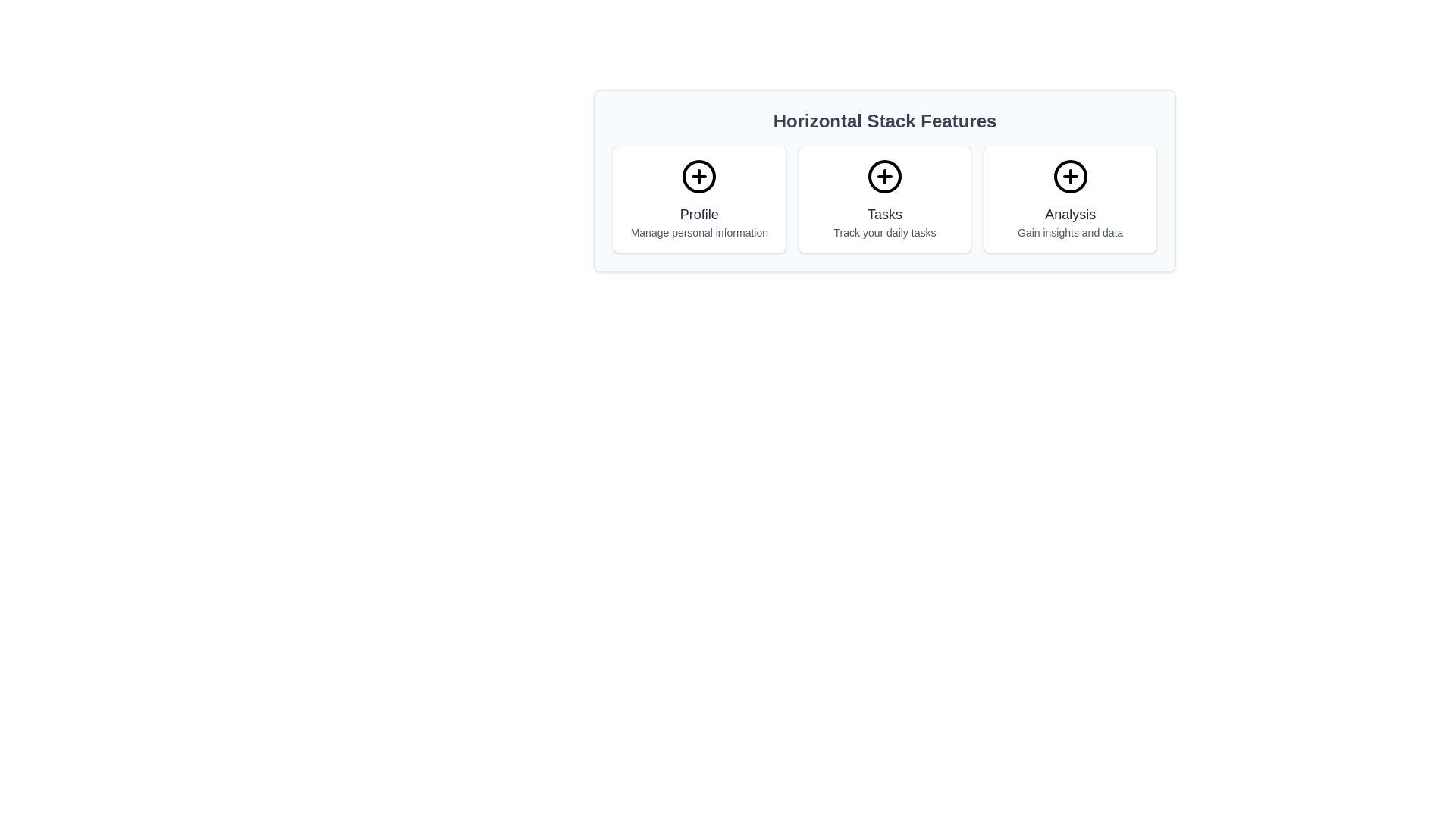  What do you see at coordinates (884, 175) in the screenshot?
I see `the teal circular icon button with a plus sign, located above the text 'Tasks' in the middle card of the horizontally aligned stack` at bounding box center [884, 175].